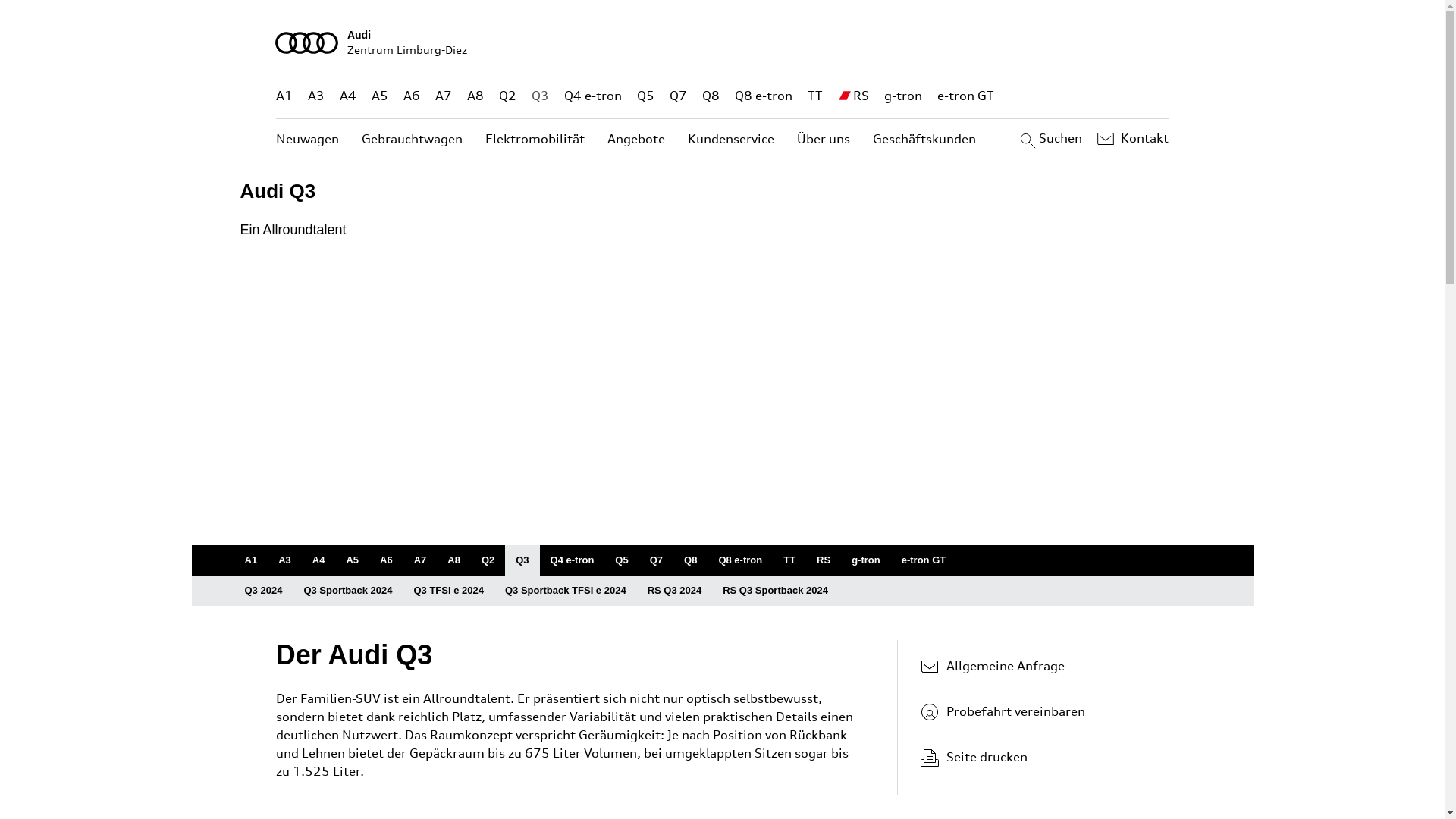  I want to click on 'Neuwagen', so click(306, 139).